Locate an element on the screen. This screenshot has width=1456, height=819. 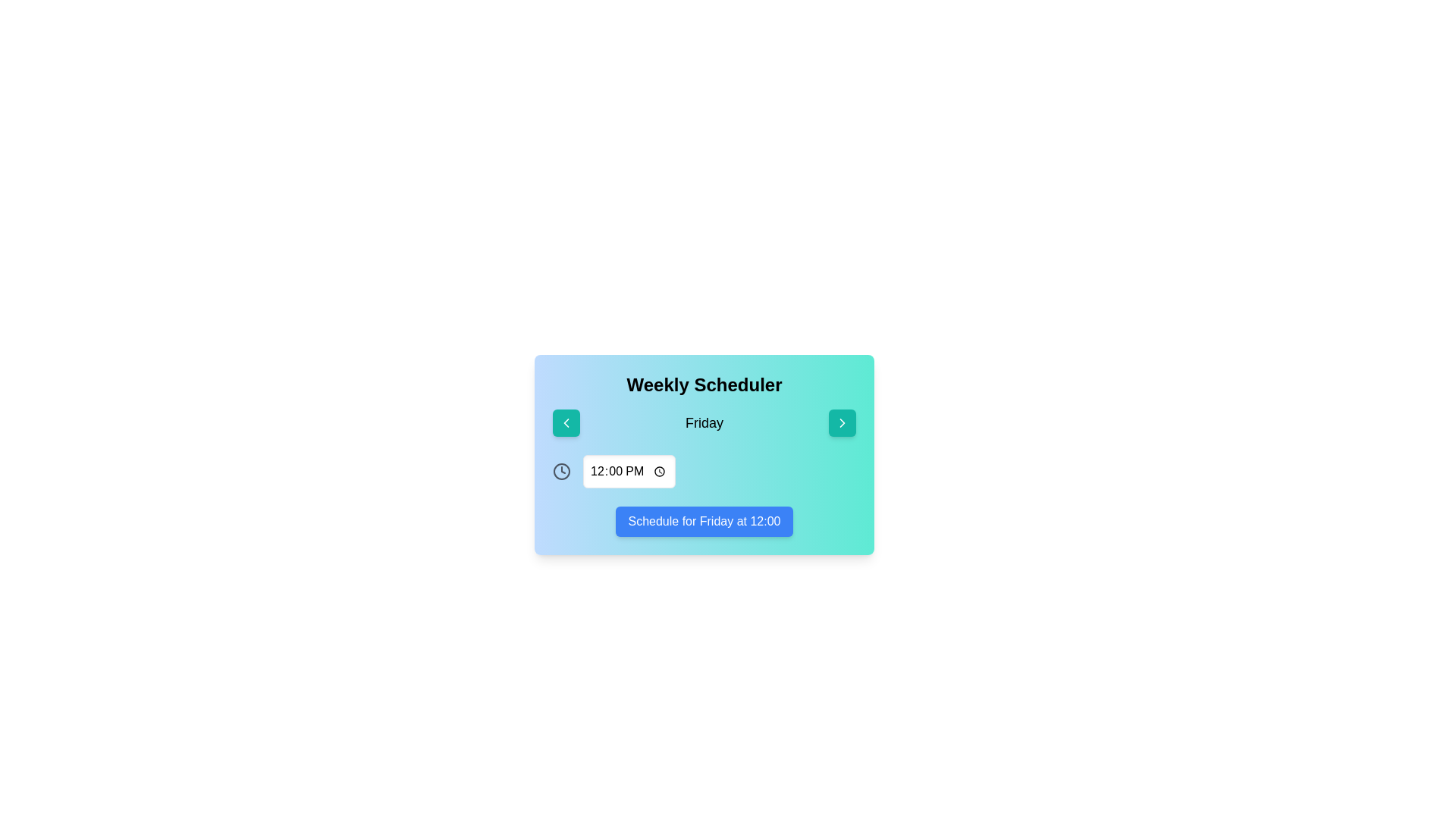
the scheduling button located at the bottom of the card displaying '12:00 PM', adjacent to the clock icon and navigation arrows, to indicate interactivity is located at coordinates (703, 520).